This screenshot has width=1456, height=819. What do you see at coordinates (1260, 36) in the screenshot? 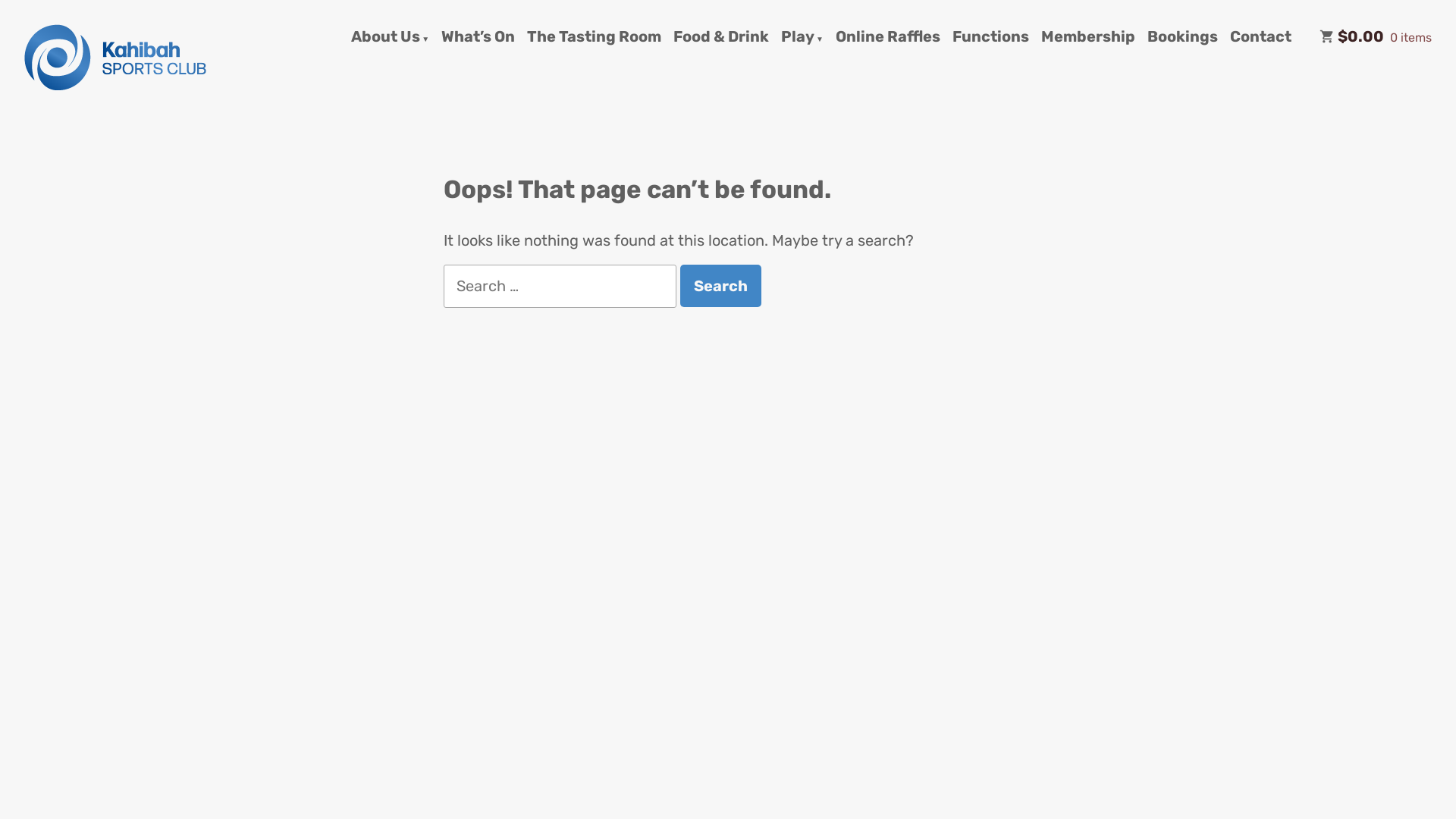
I see `'Contact'` at bounding box center [1260, 36].